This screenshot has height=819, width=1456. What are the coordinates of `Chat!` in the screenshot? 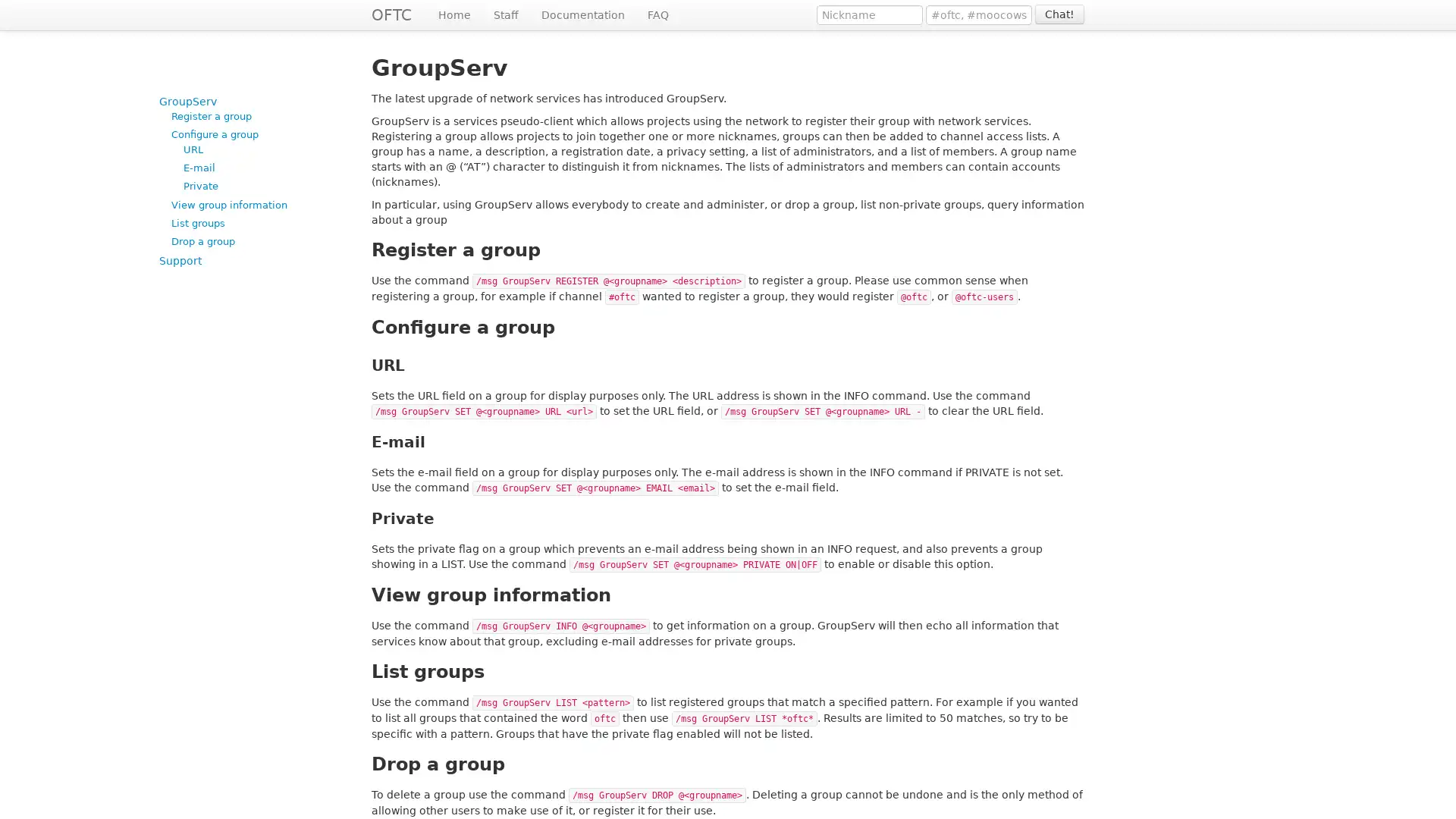 It's located at (1059, 14).